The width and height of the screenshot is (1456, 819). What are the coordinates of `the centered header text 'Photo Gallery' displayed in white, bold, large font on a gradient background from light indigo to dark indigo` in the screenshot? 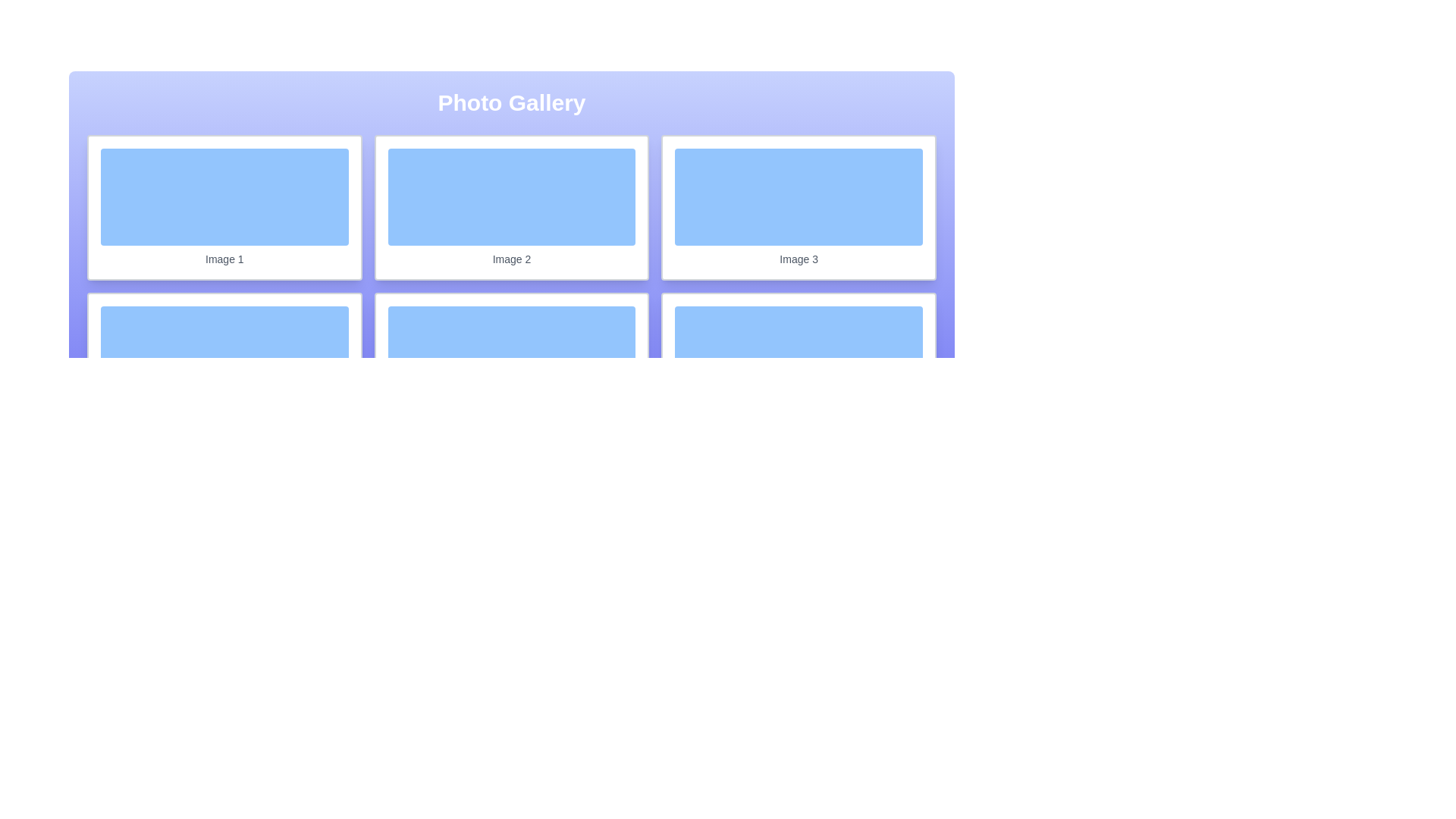 It's located at (512, 102).